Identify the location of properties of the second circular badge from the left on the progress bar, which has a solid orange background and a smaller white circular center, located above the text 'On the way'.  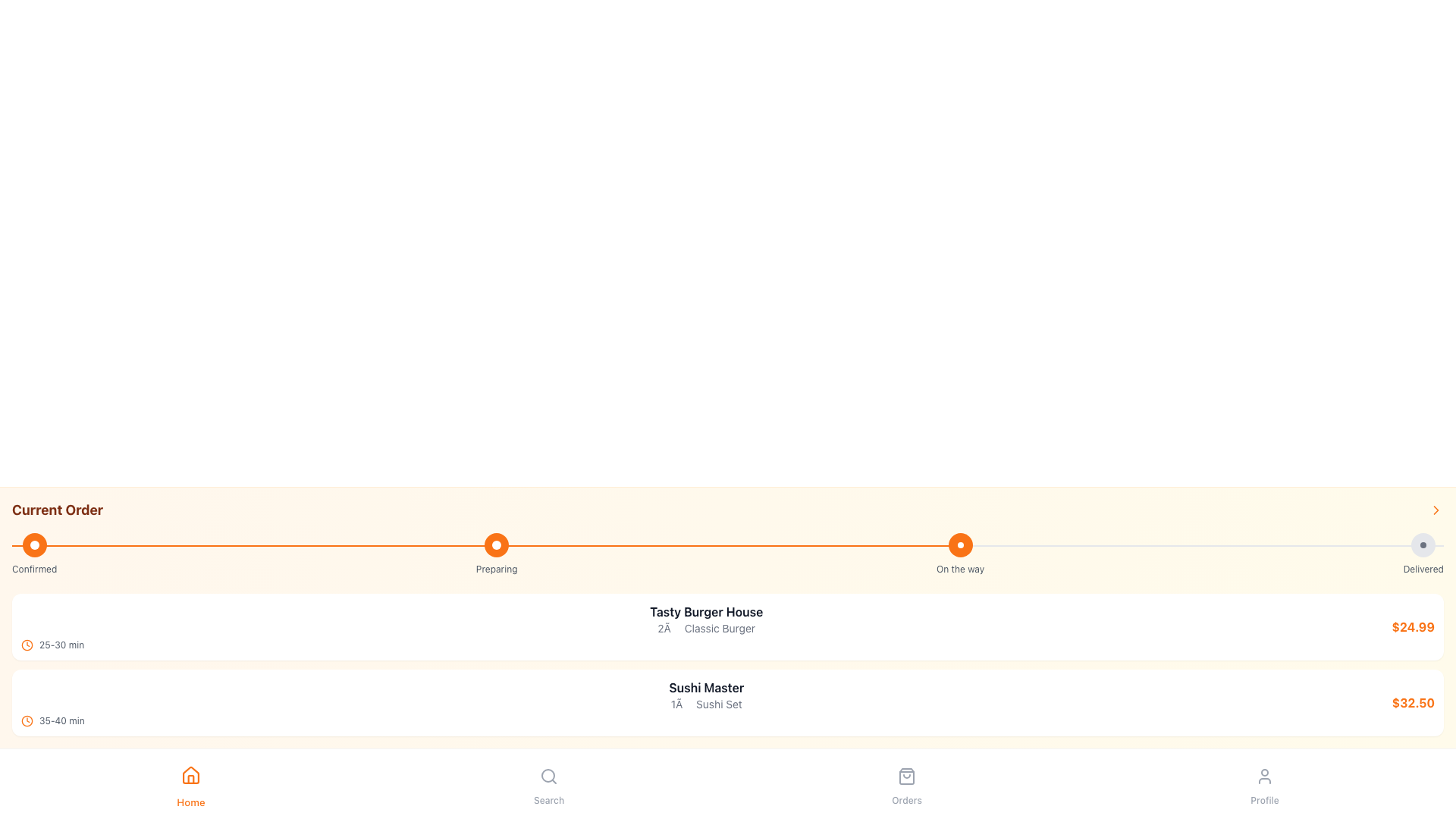
(959, 544).